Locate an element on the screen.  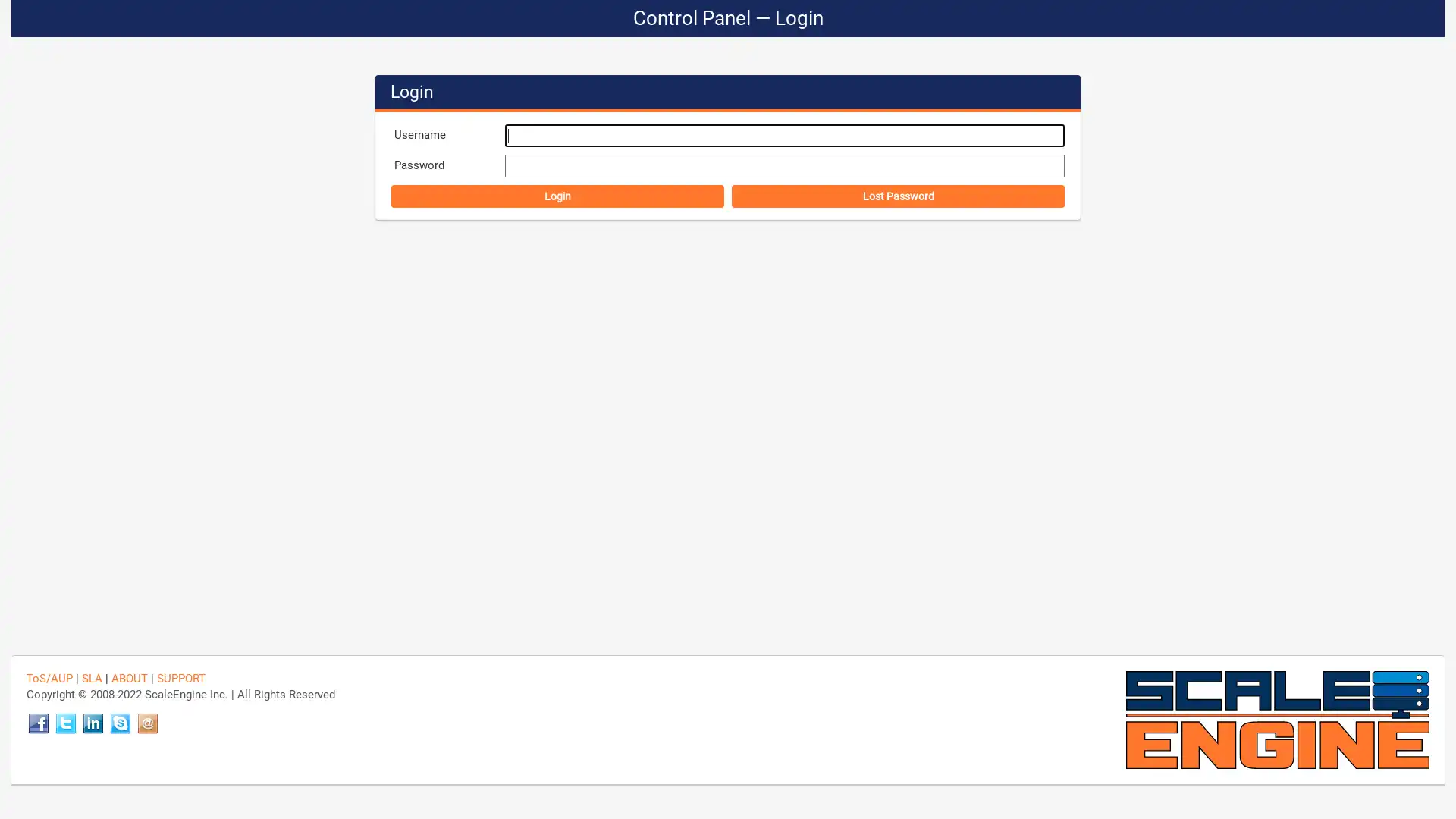
Login is located at coordinates (557, 195).